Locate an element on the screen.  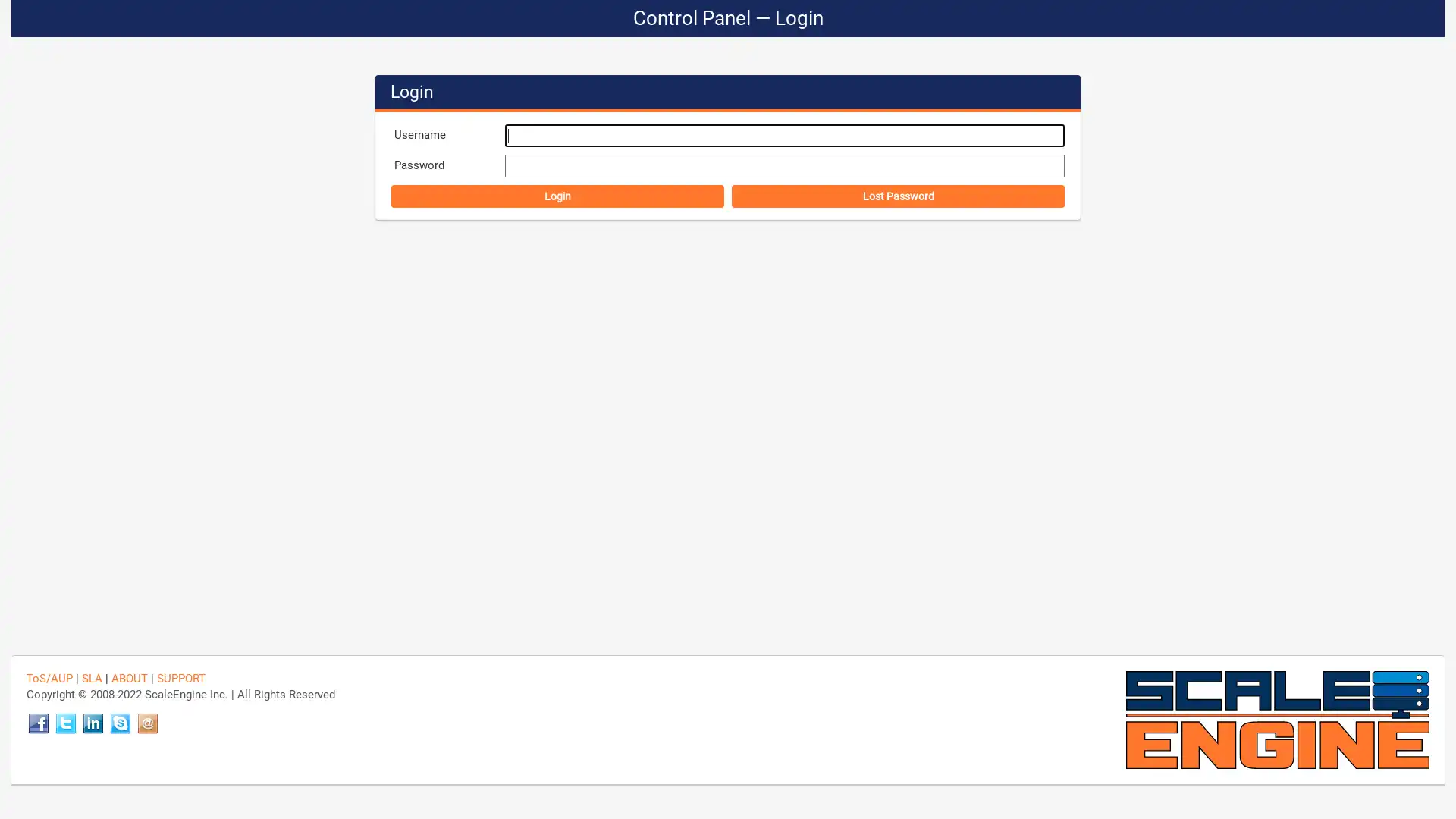
Login is located at coordinates (557, 195).